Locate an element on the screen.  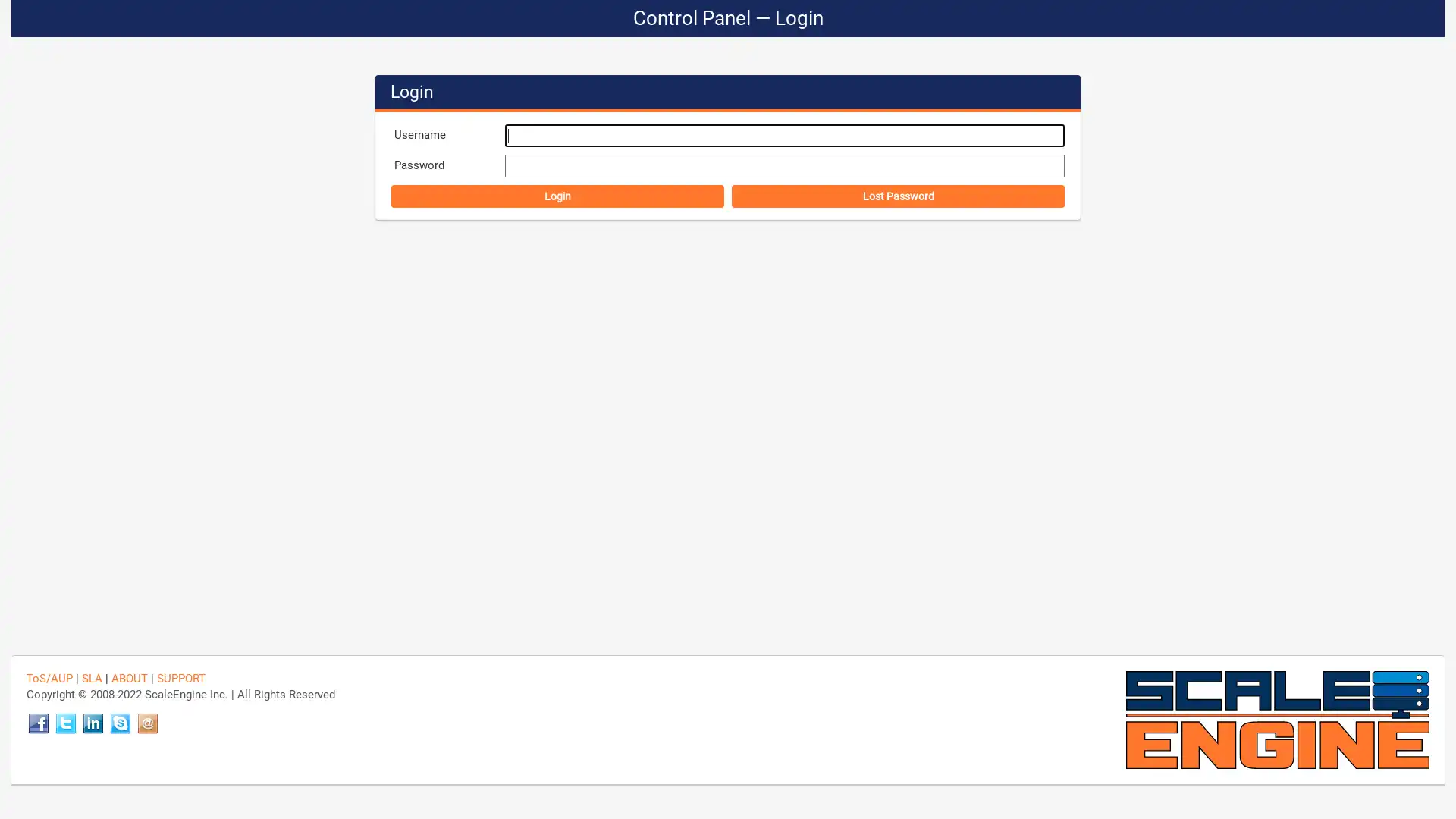
Login is located at coordinates (557, 195).